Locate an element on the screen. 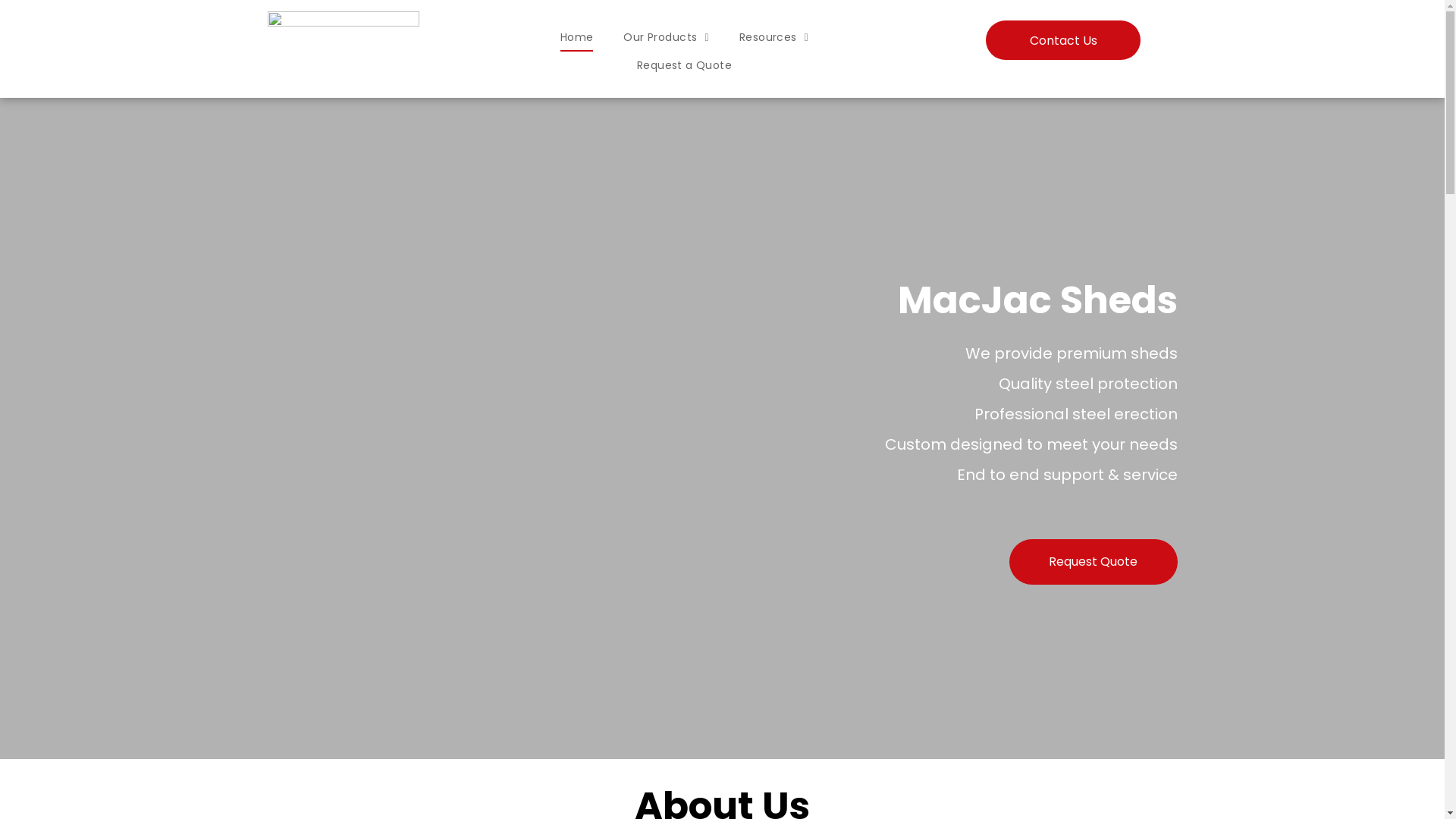 Image resolution: width=1456 pixels, height=819 pixels. 'Our Products' is located at coordinates (666, 36).